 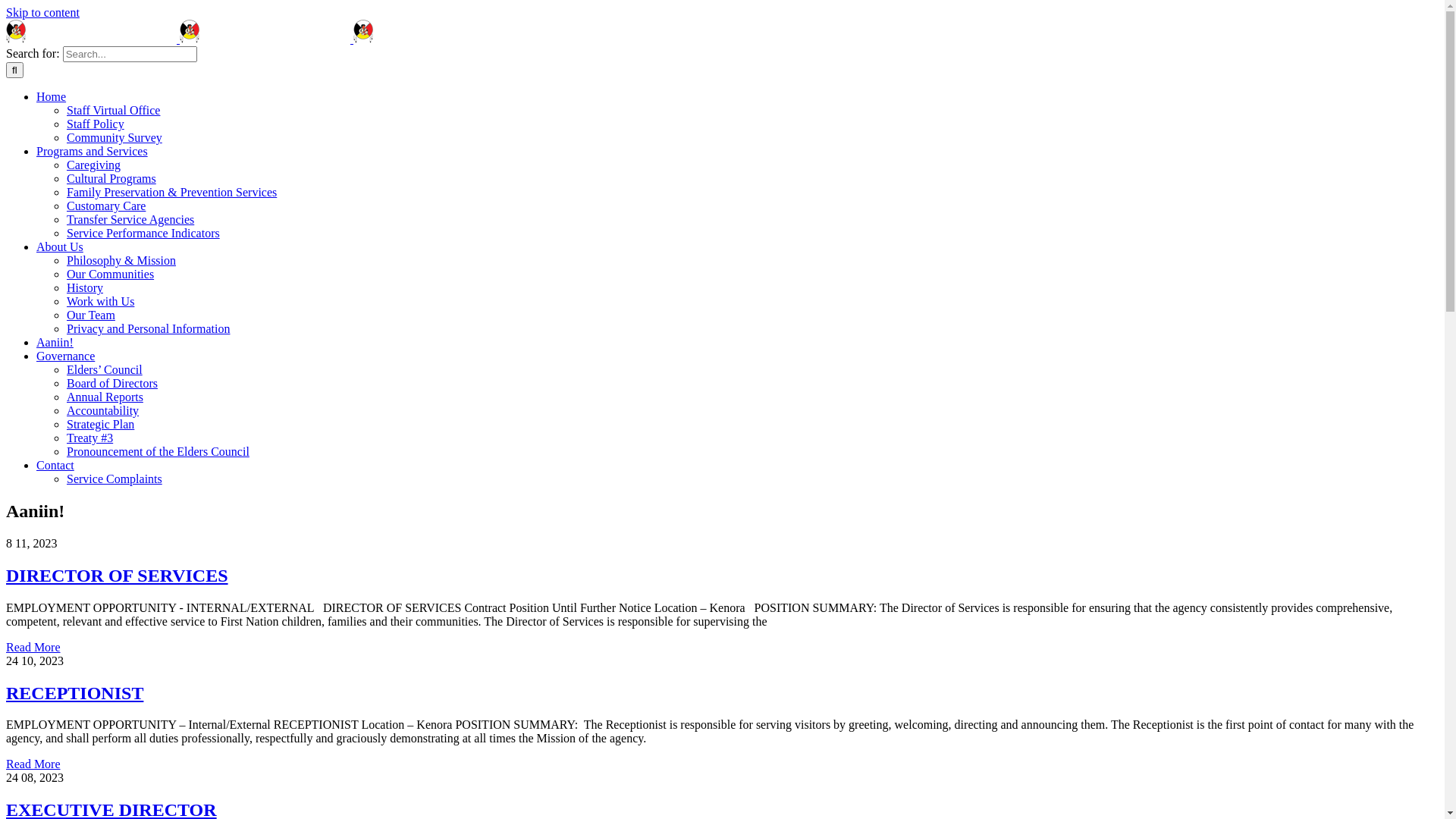 What do you see at coordinates (116, 576) in the screenshot?
I see `'DIRECTOR OF SERVICES'` at bounding box center [116, 576].